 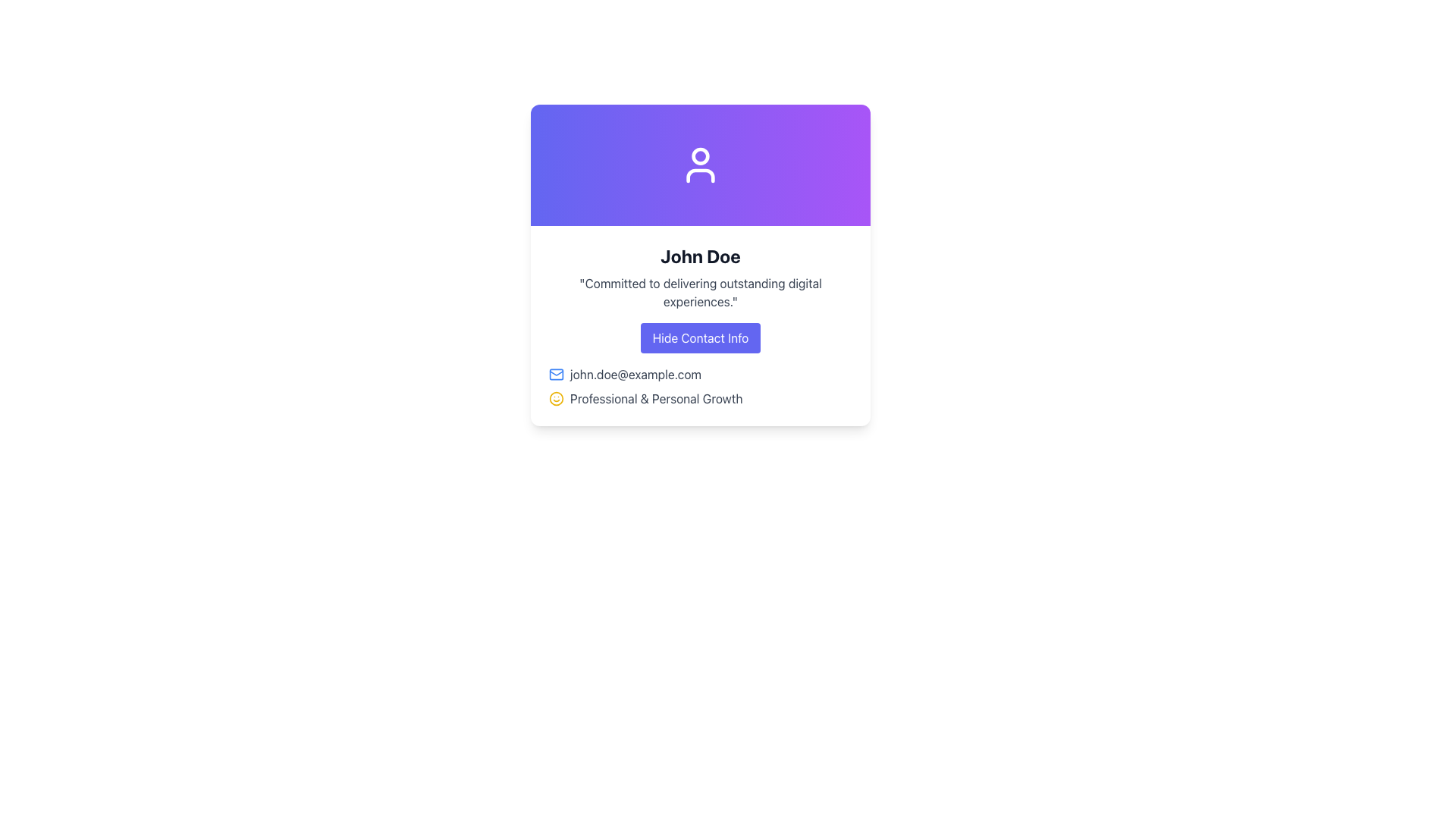 What do you see at coordinates (700, 325) in the screenshot?
I see `descriptive information within the Content Card Section that includes the title 'John Doe', descriptive text, and slogan` at bounding box center [700, 325].